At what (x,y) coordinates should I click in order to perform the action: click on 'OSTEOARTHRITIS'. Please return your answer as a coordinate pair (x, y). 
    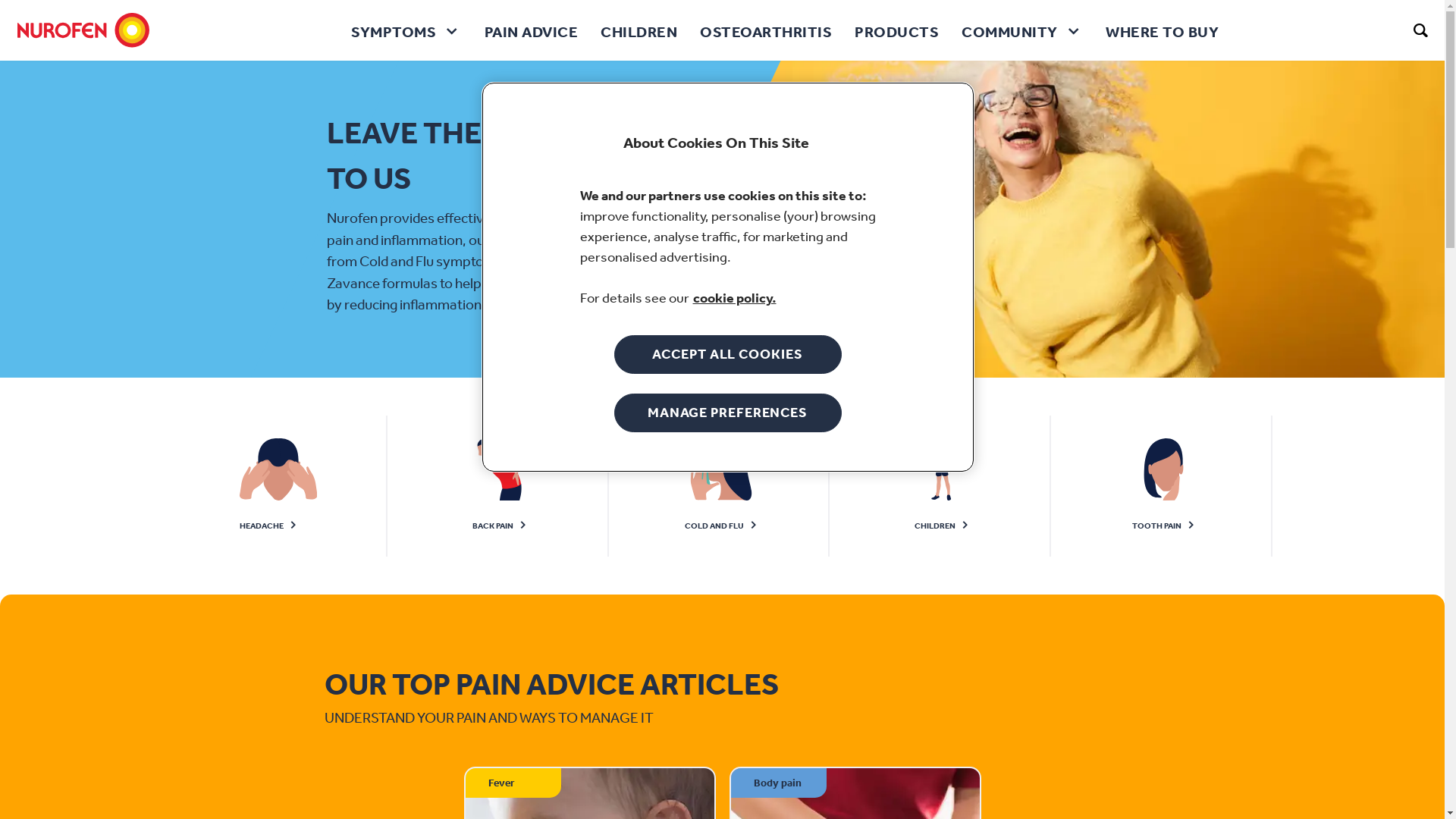
    Looking at the image, I should click on (765, 30).